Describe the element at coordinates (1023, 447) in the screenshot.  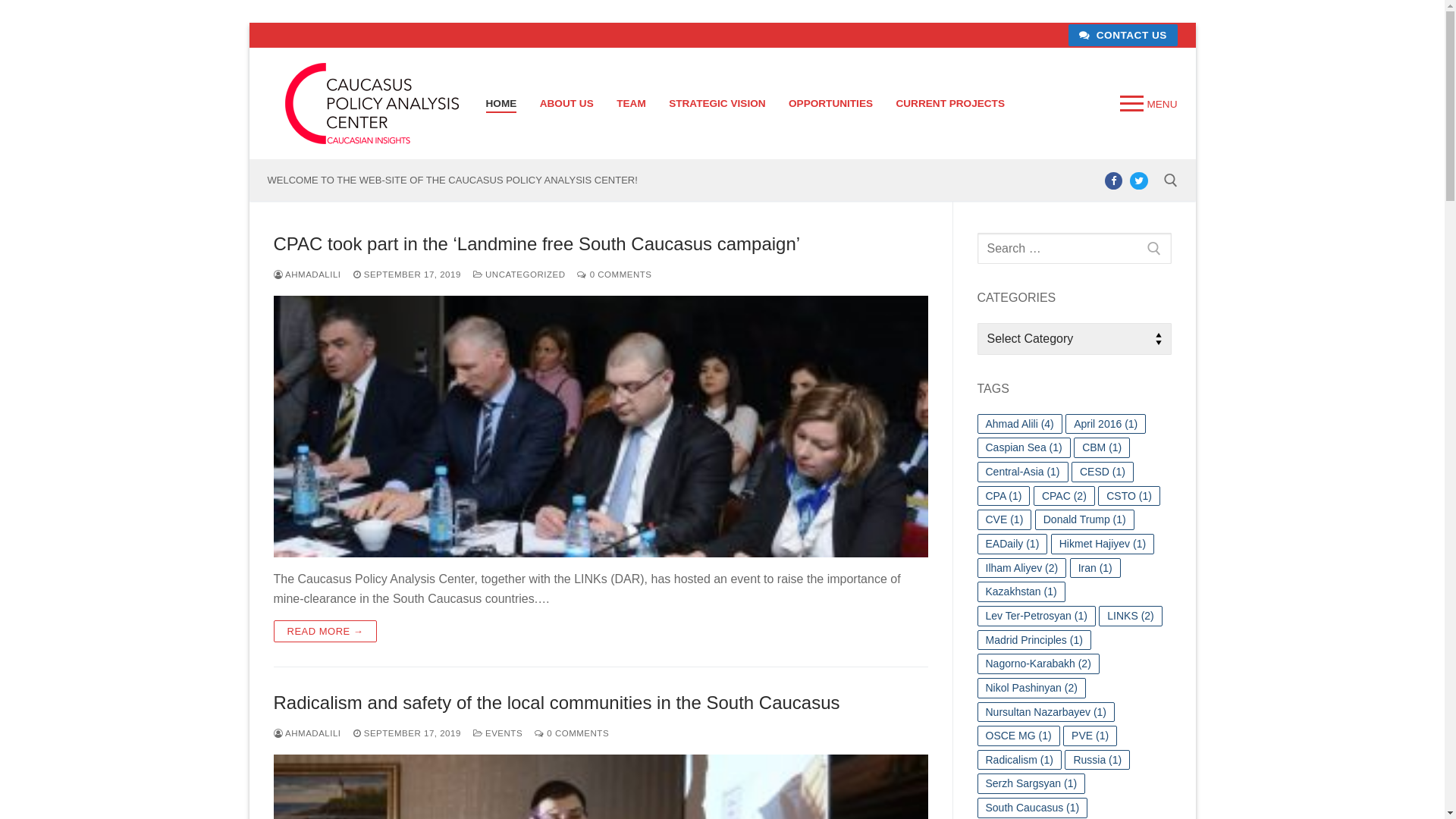
I see `'Caspian Sea (1)'` at that location.